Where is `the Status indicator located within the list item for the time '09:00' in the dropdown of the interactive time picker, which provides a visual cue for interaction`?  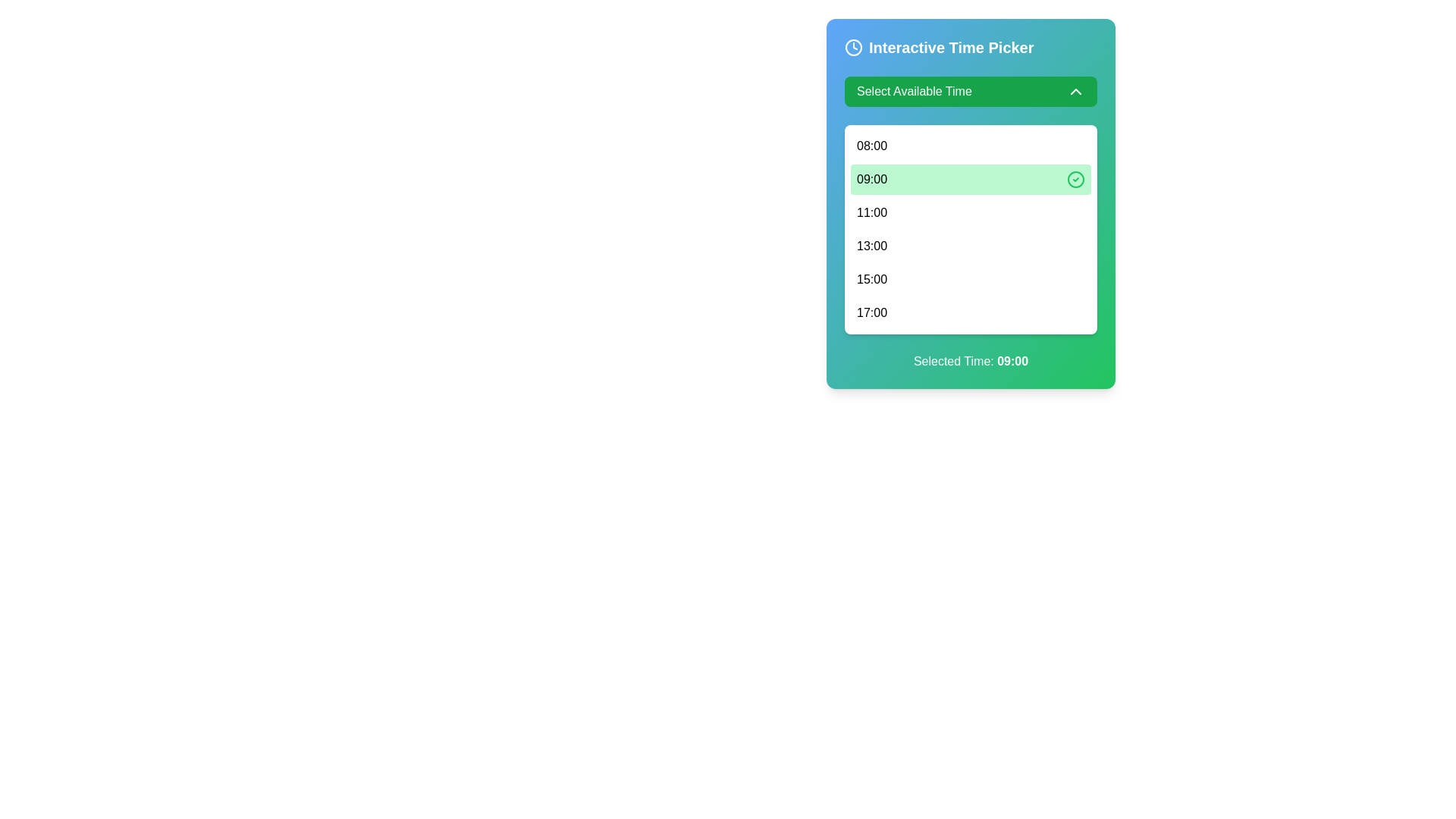 the Status indicator located within the list item for the time '09:00' in the dropdown of the interactive time picker, which provides a visual cue for interaction is located at coordinates (1075, 178).